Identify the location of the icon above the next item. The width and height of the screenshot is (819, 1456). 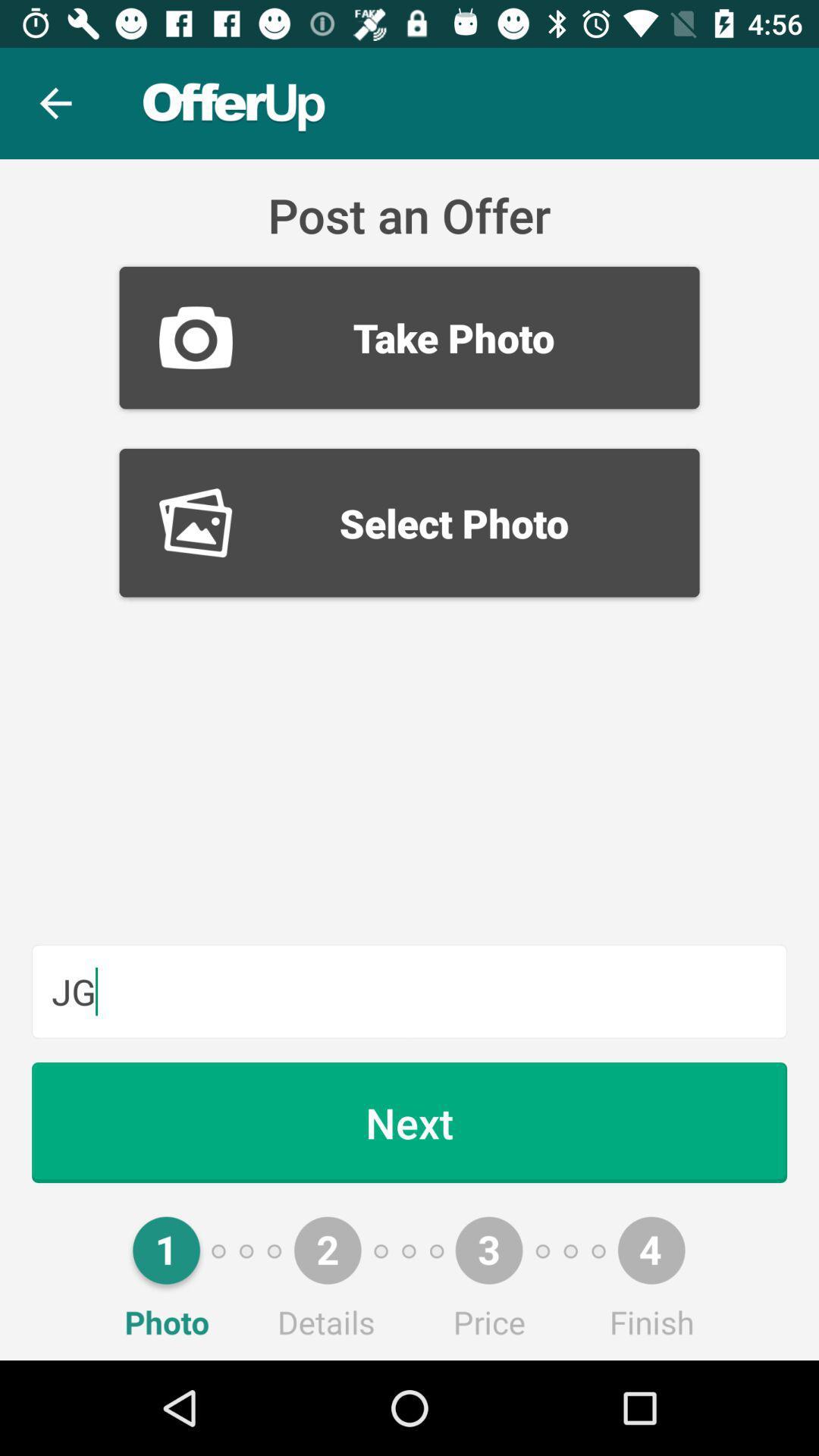
(409, 991).